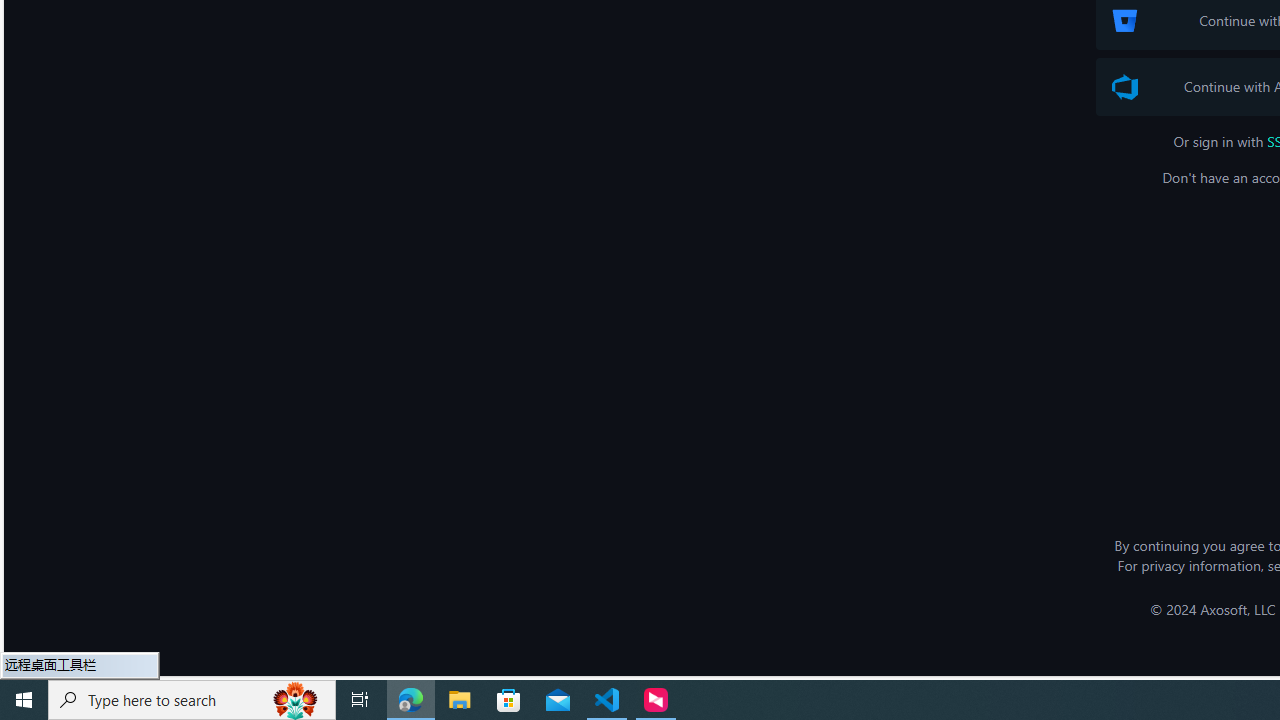  I want to click on 'Azure DevOps Logo', so click(1125, 86).